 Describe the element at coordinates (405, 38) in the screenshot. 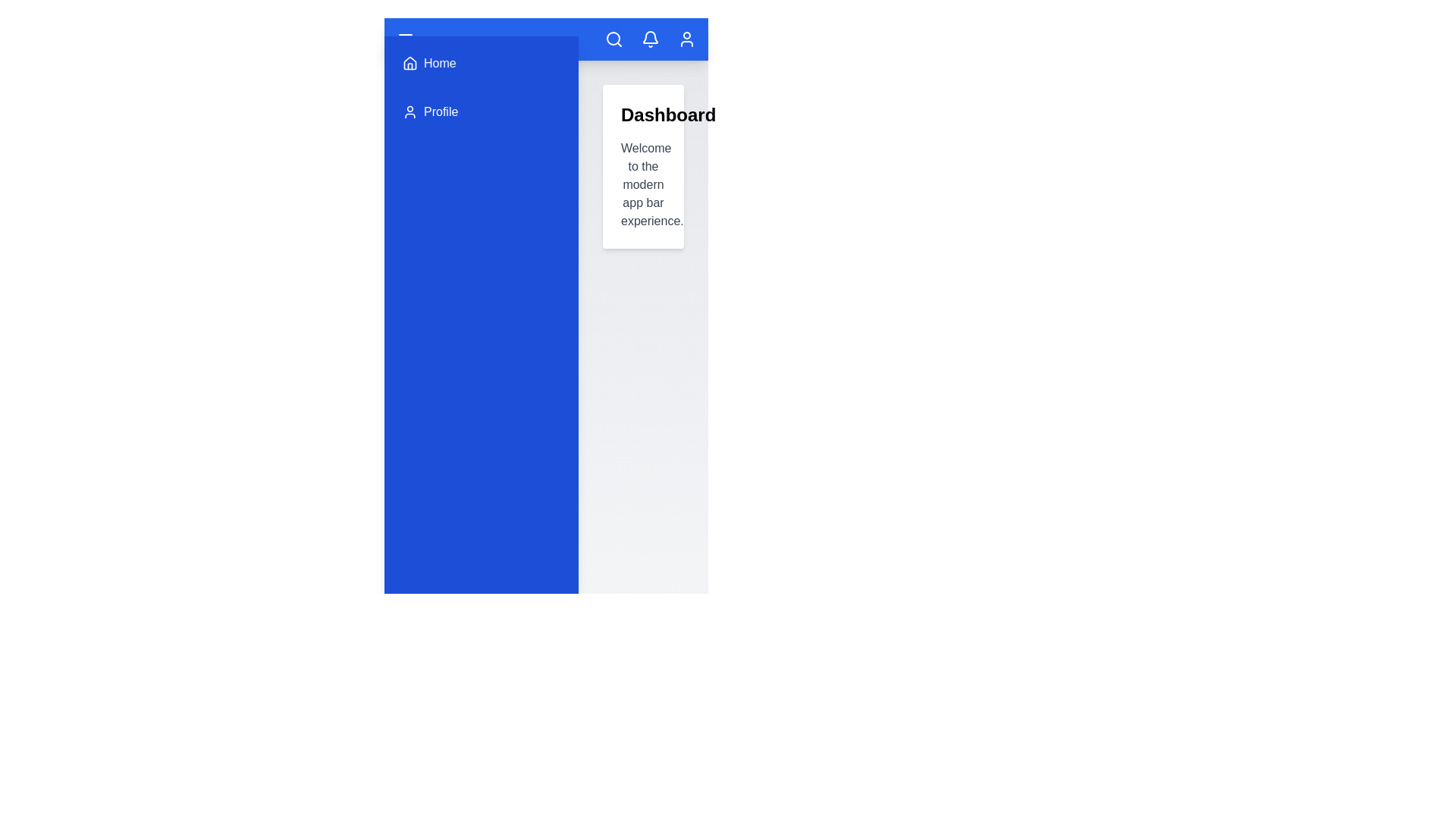

I see `the menu toggle button to toggle the side navigation menu` at that location.